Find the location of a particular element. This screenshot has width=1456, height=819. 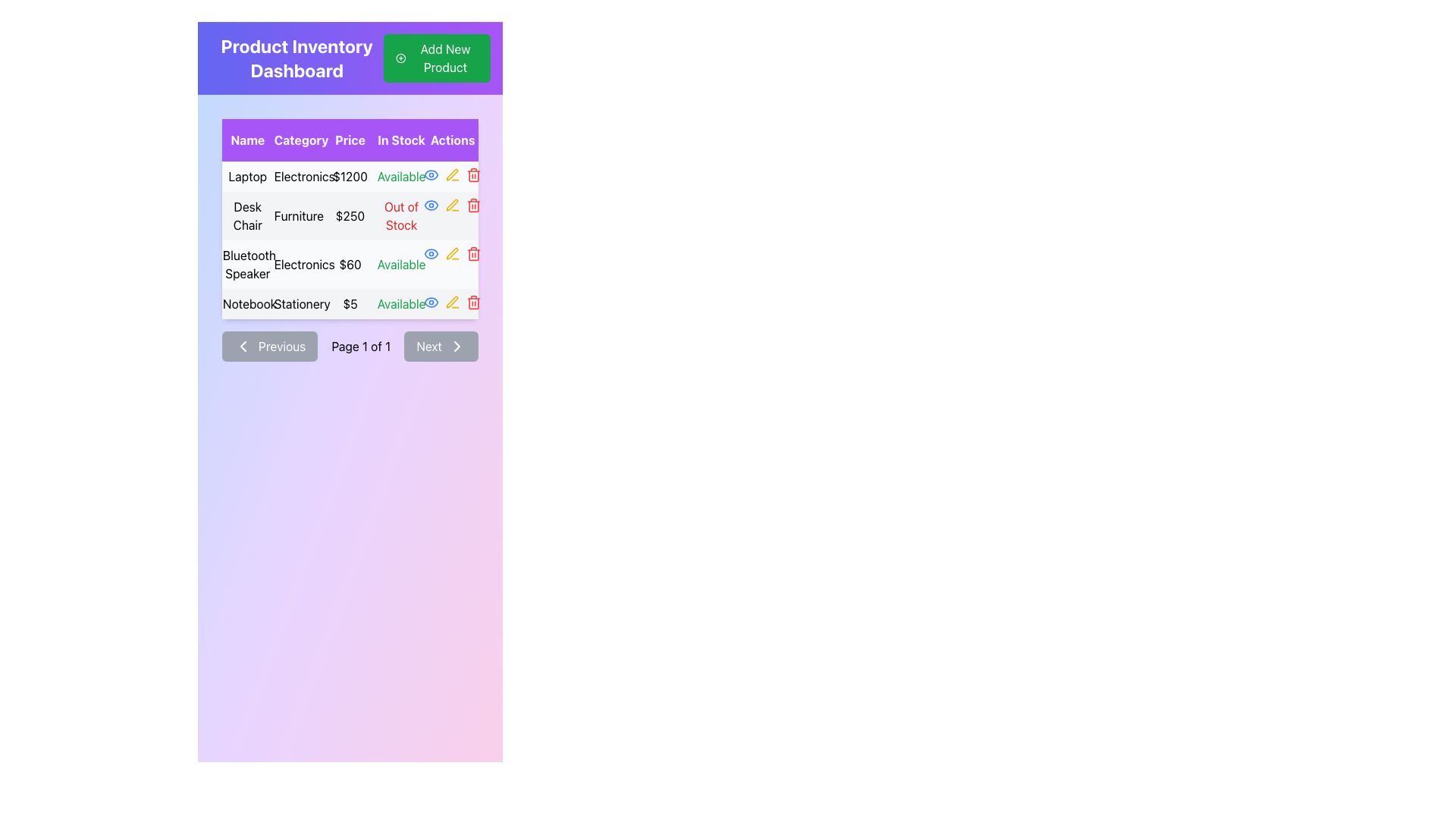

the static text element displaying the price '$250' for the 'Desk Chair' in the 'Price' column of the table is located at coordinates (349, 216).